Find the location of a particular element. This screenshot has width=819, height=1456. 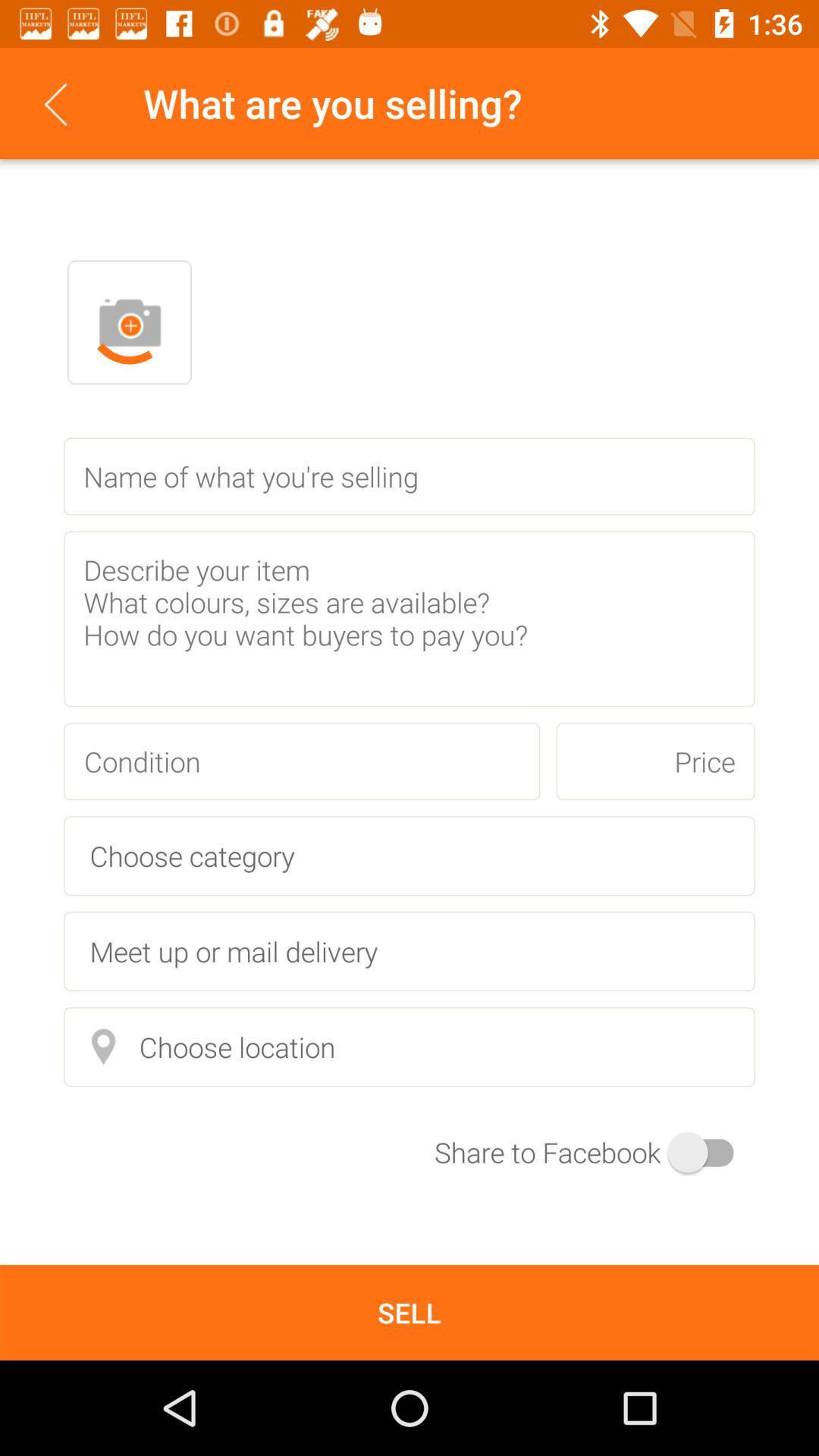

describe your item is located at coordinates (409, 619).